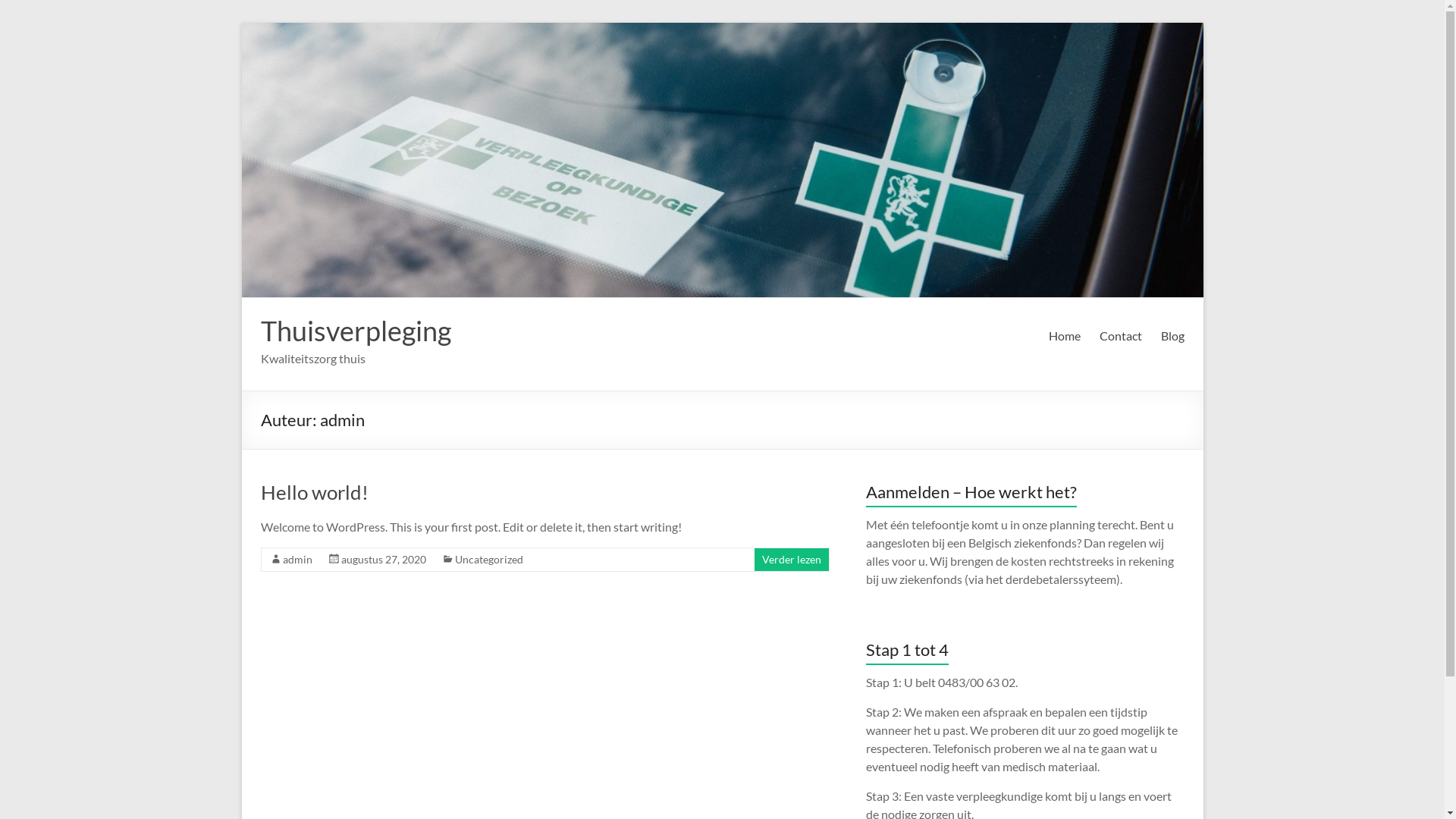 The image size is (1456, 819). I want to click on 'Home', so click(1047, 335).